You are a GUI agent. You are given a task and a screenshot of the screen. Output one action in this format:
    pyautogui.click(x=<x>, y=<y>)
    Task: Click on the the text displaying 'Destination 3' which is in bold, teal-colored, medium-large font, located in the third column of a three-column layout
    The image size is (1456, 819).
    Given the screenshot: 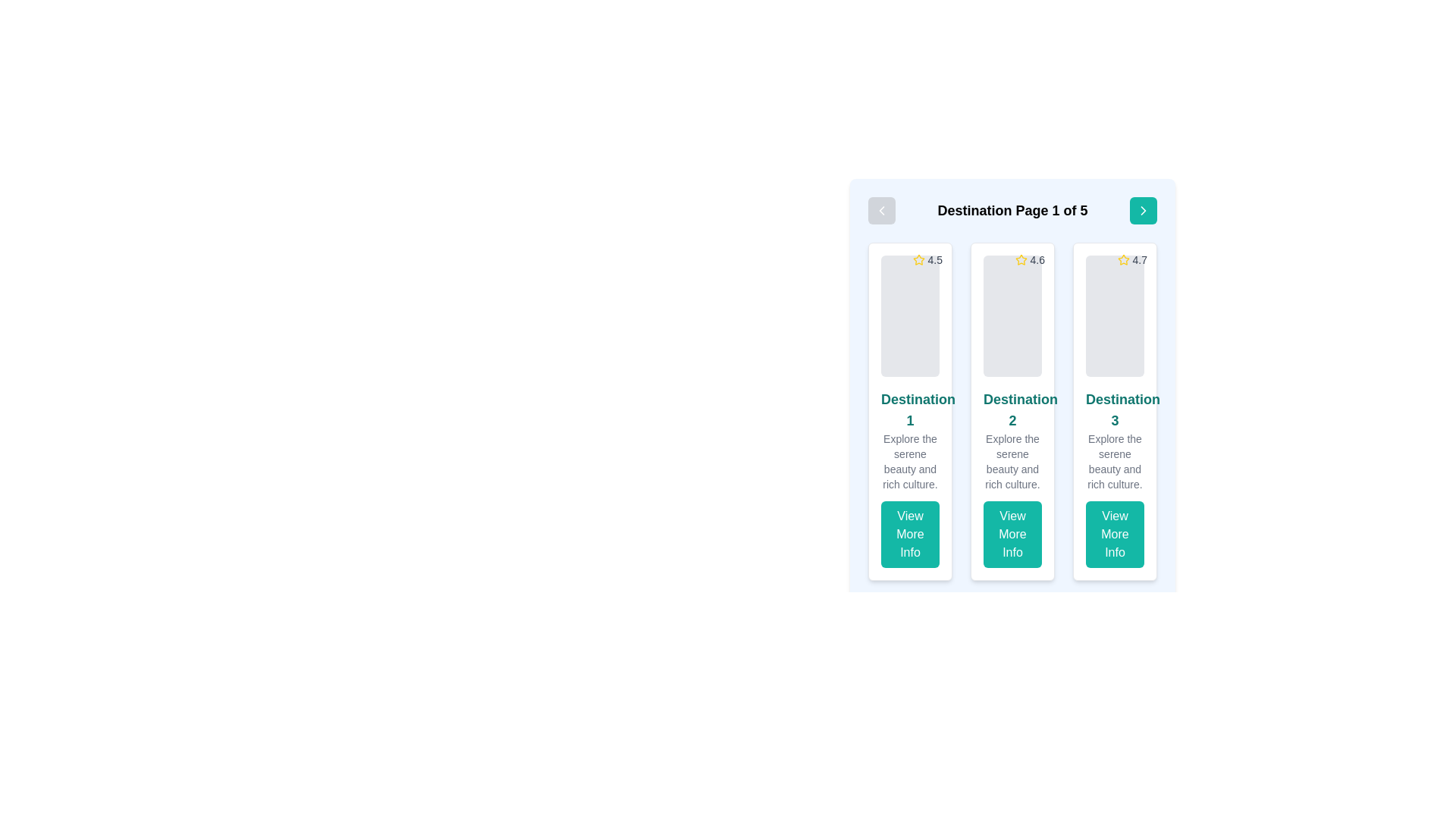 What is the action you would take?
    pyautogui.click(x=1115, y=409)
    